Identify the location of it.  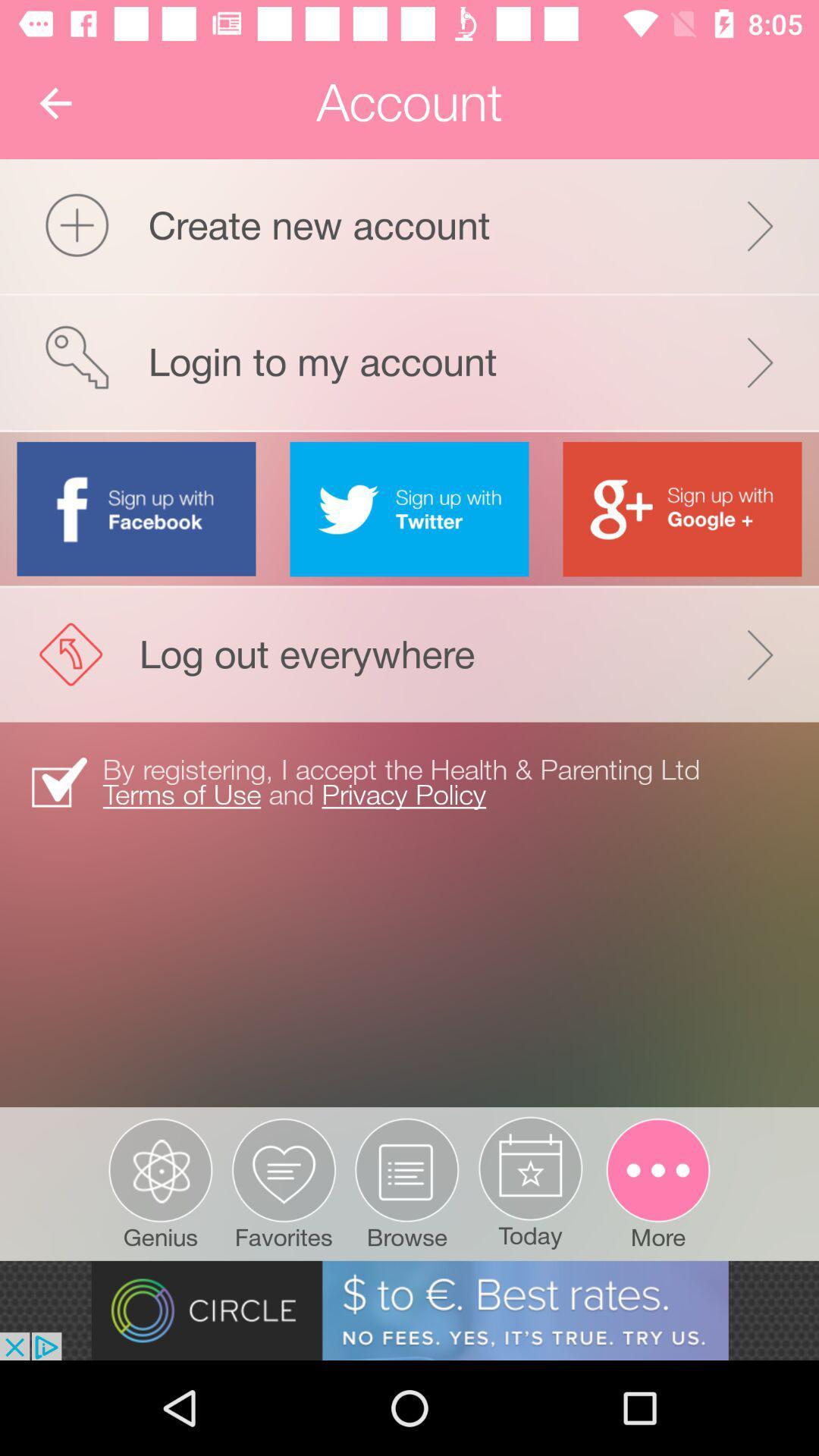
(409, 509).